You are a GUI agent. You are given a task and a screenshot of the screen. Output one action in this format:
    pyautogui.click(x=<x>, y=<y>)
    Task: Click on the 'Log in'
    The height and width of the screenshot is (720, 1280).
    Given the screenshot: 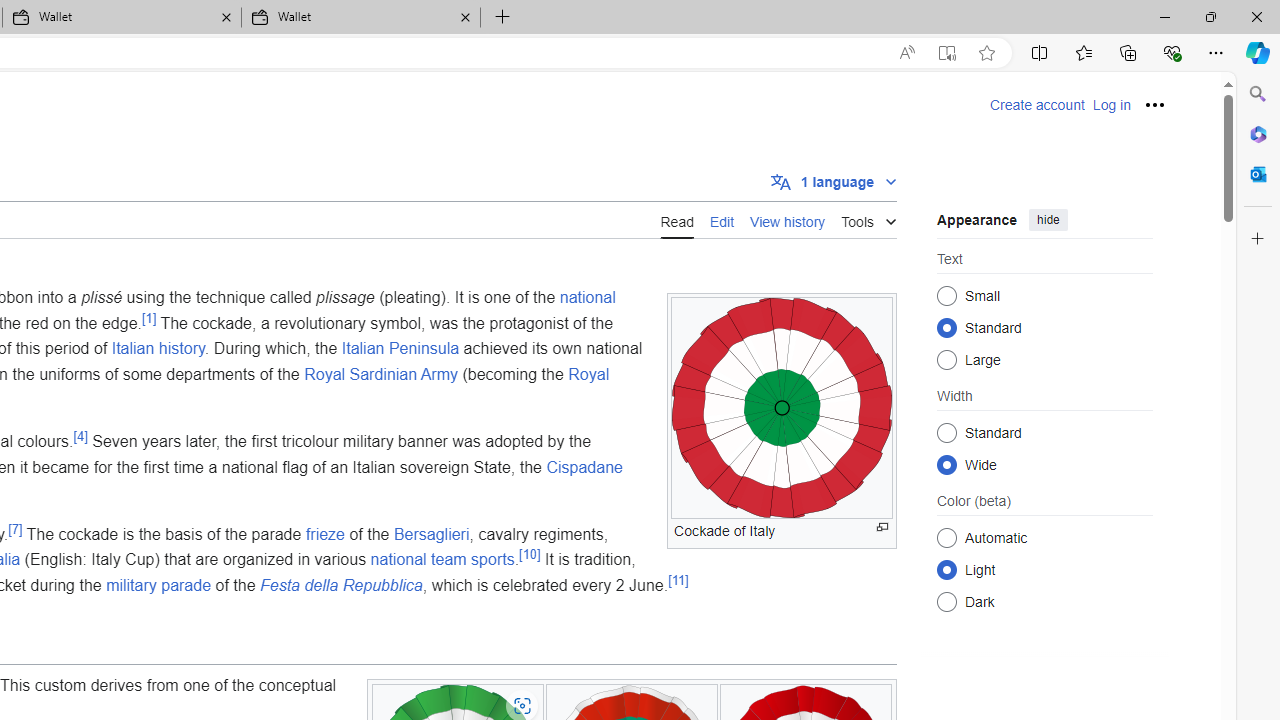 What is the action you would take?
    pyautogui.click(x=1110, y=105)
    